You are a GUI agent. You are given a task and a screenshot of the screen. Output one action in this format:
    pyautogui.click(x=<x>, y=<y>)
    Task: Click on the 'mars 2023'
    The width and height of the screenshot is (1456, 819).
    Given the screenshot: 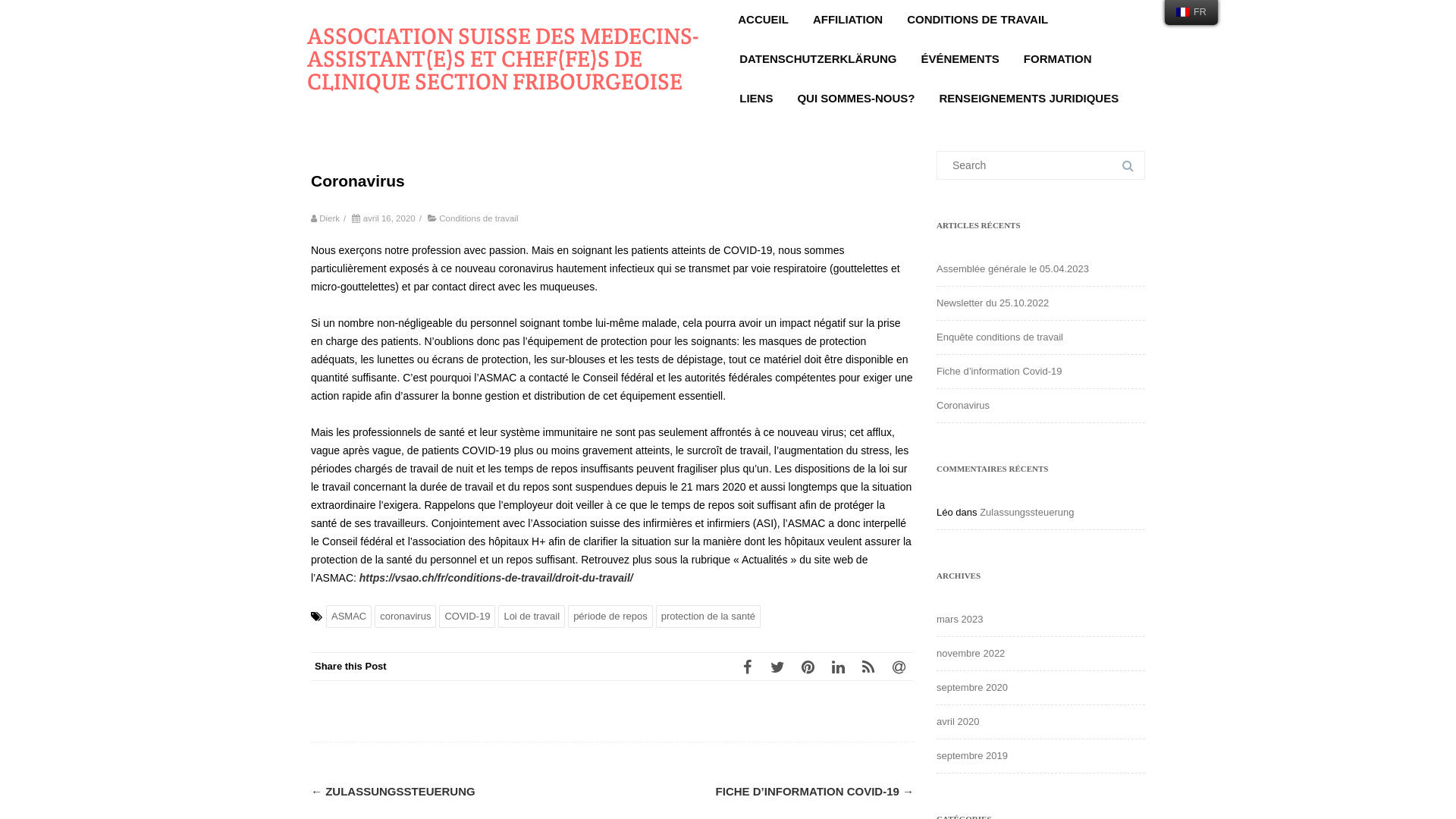 What is the action you would take?
    pyautogui.click(x=935, y=619)
    